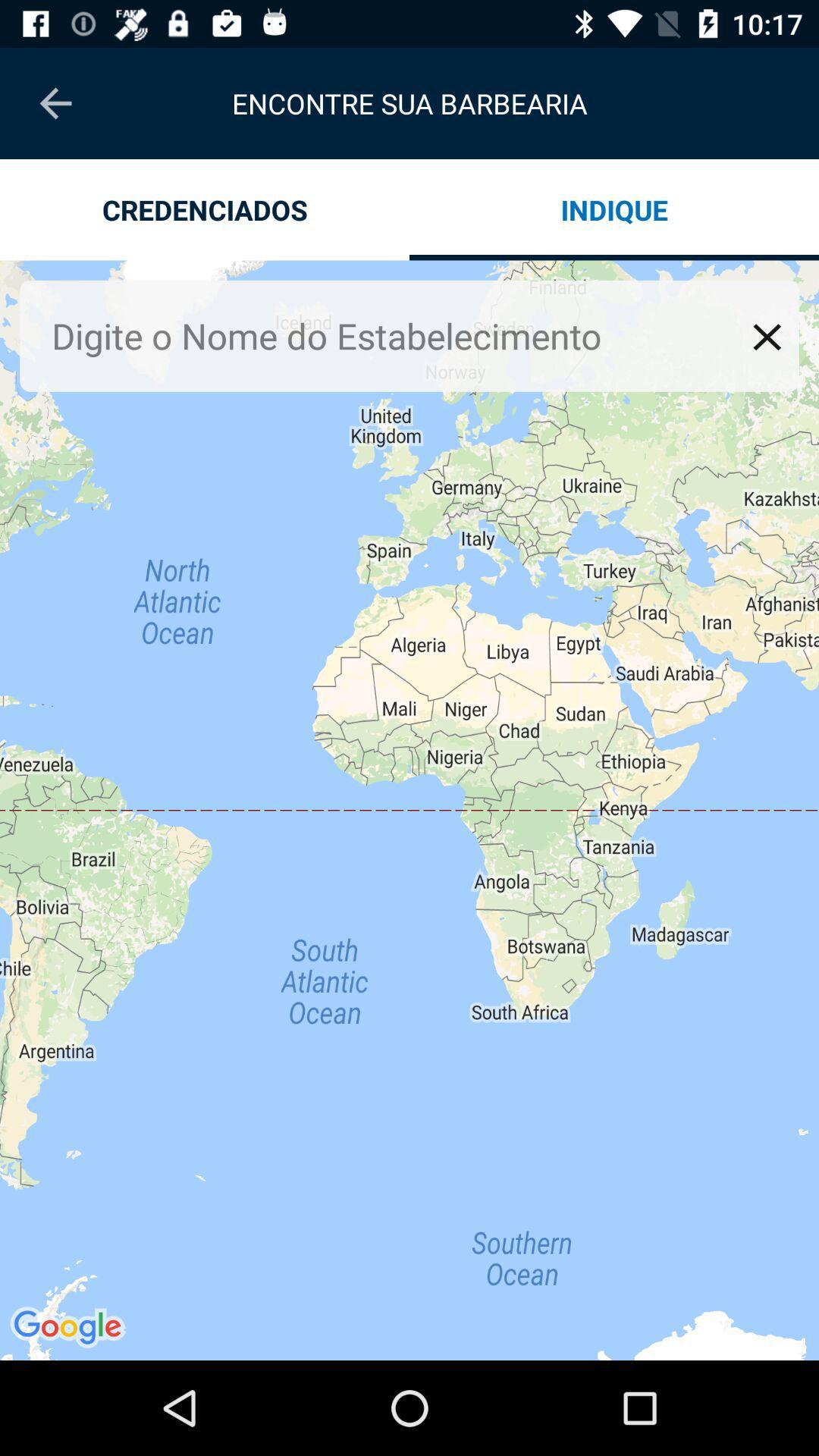 This screenshot has width=819, height=1456. I want to click on window, so click(767, 336).